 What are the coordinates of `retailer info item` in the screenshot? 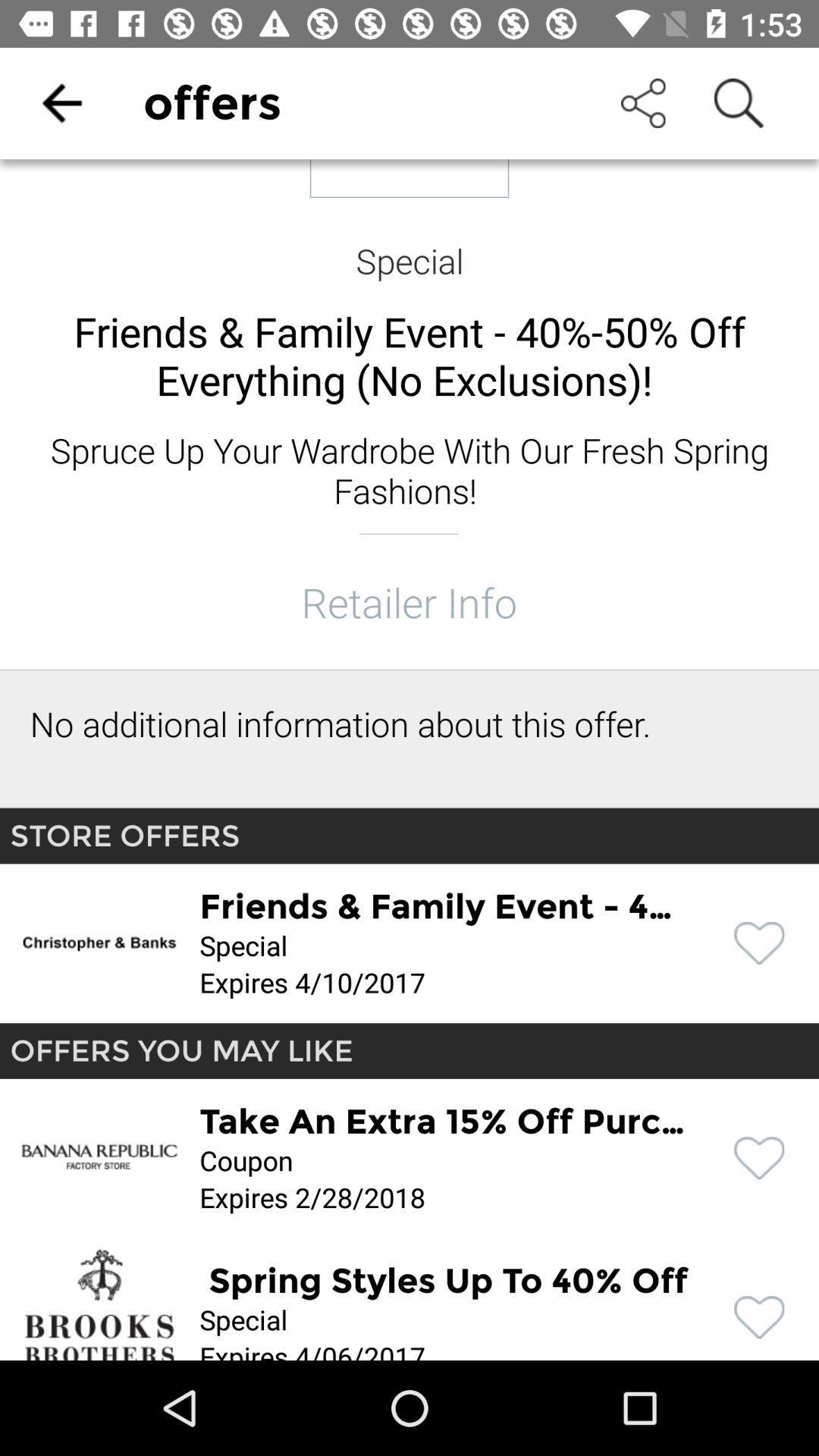 It's located at (408, 601).